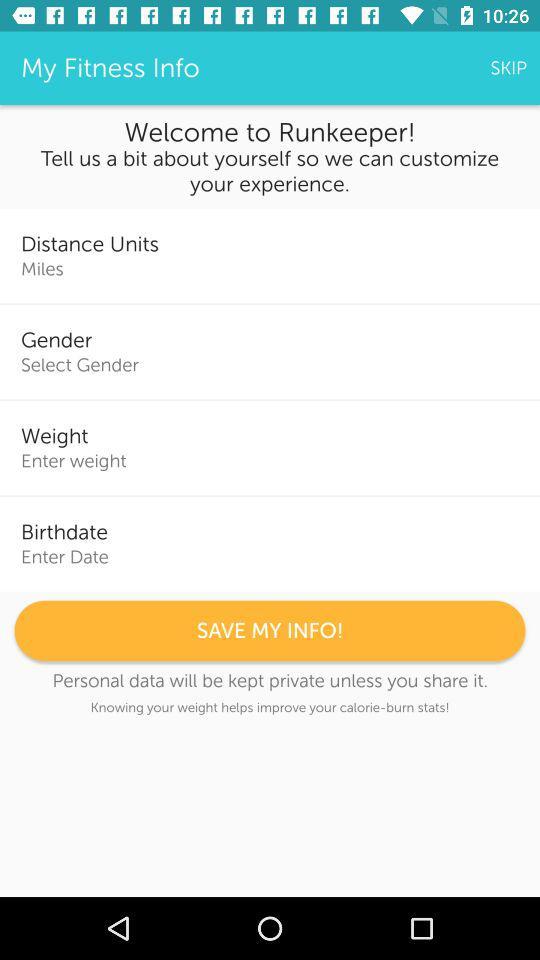 The image size is (540, 960). Describe the element at coordinates (508, 68) in the screenshot. I see `the item at the top right corner` at that location.